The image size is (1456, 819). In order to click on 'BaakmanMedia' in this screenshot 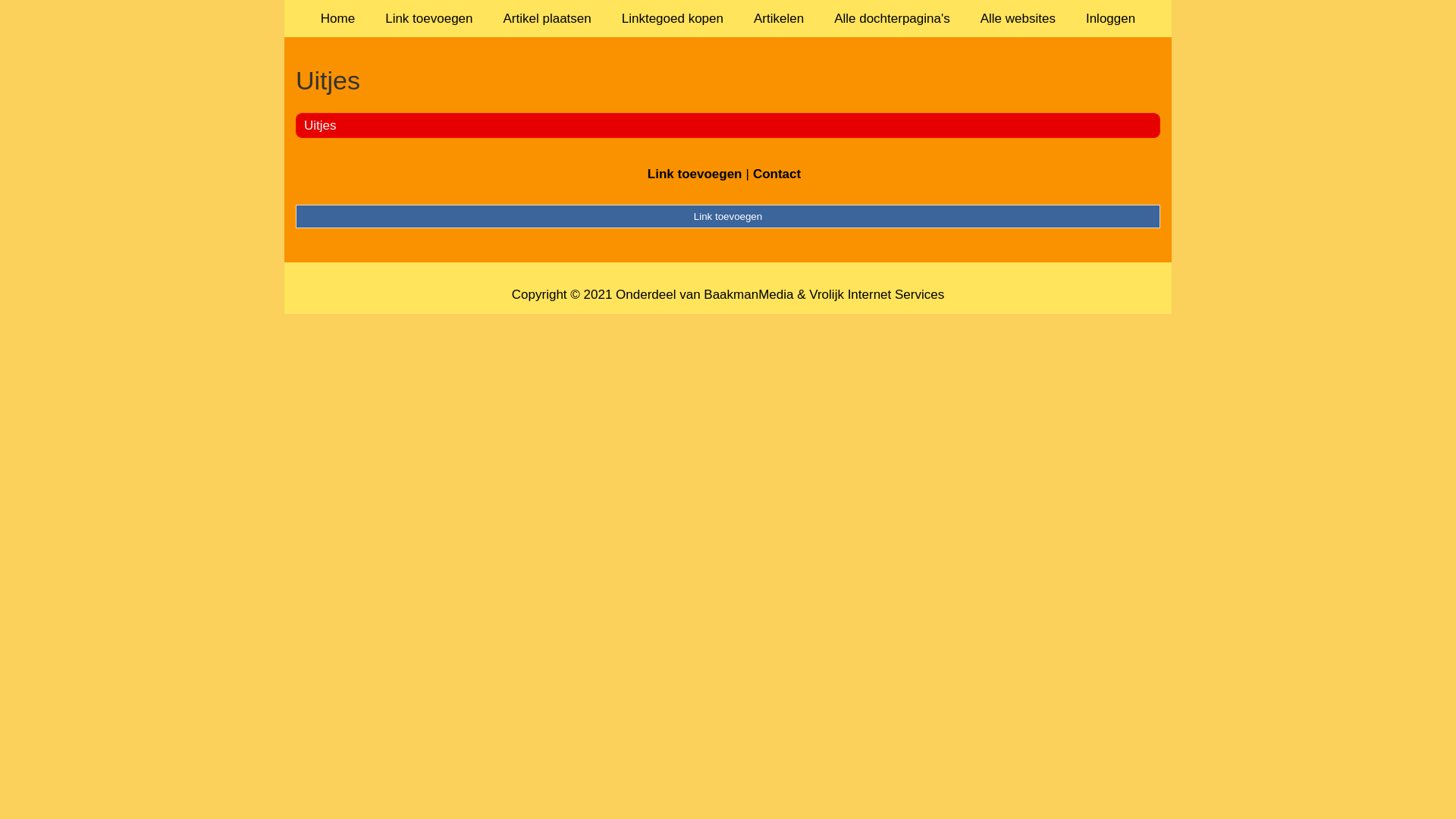, I will do `click(702, 294)`.